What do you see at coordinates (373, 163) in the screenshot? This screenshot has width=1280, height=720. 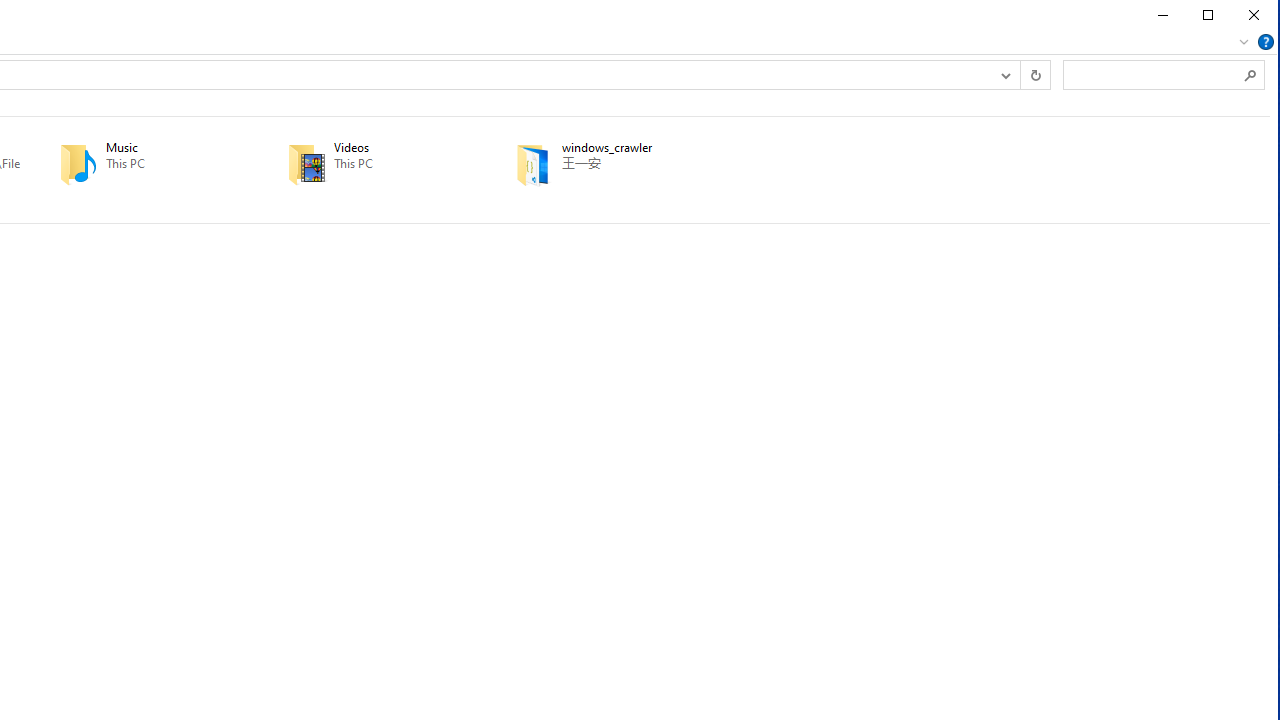 I see `'Videos'` at bounding box center [373, 163].